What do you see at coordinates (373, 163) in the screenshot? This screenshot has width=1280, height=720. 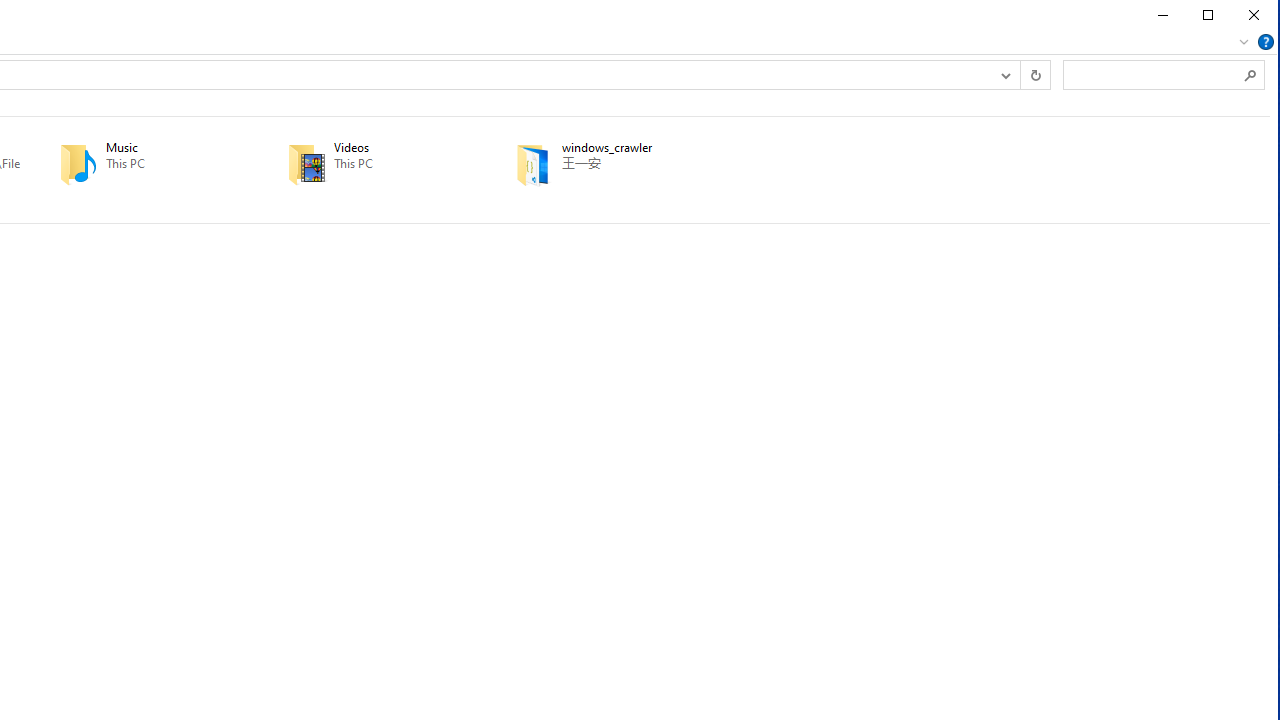 I see `'Videos'` at bounding box center [373, 163].